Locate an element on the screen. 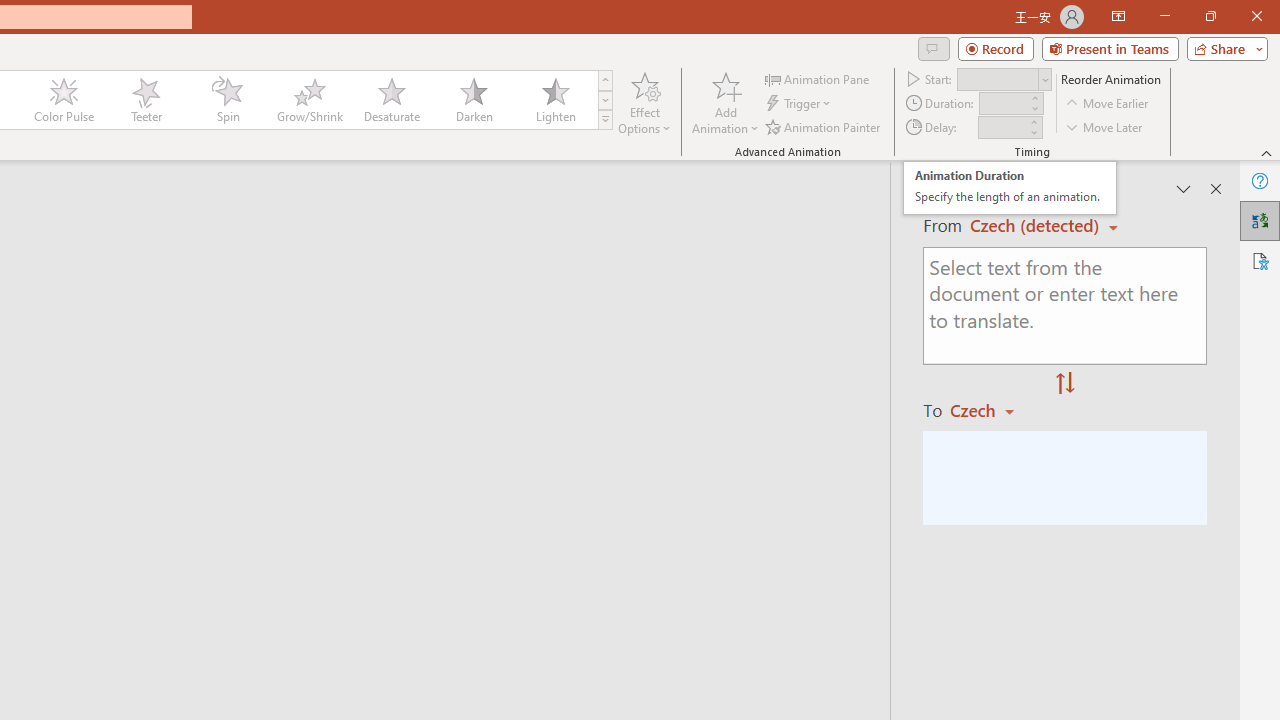 This screenshot has width=1280, height=720. 'Animation Delay' is located at coordinates (1002, 127).